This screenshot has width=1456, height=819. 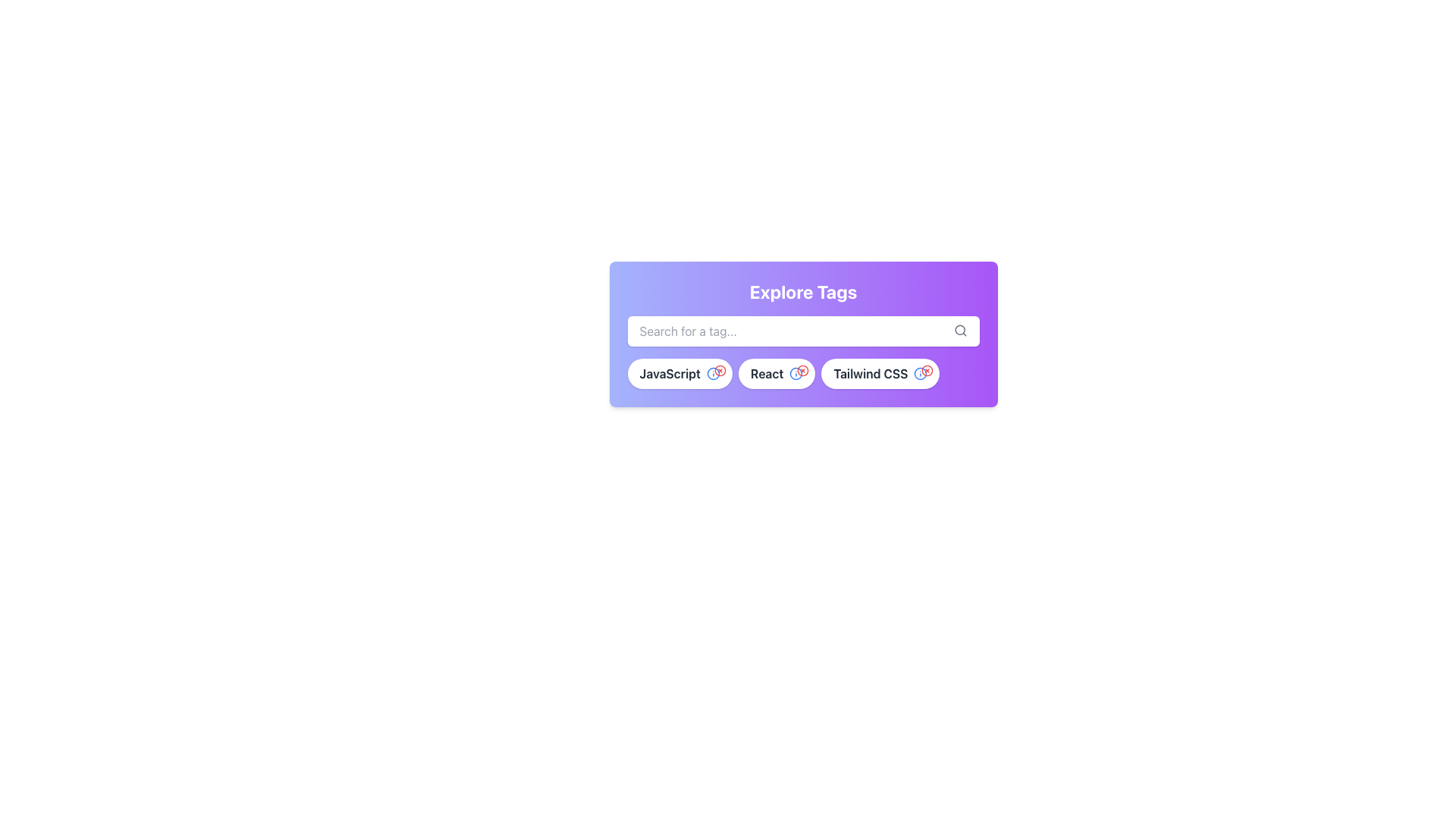 I want to click on the informational SVG icon next to the 'JavaScript' tag, so click(x=712, y=374).